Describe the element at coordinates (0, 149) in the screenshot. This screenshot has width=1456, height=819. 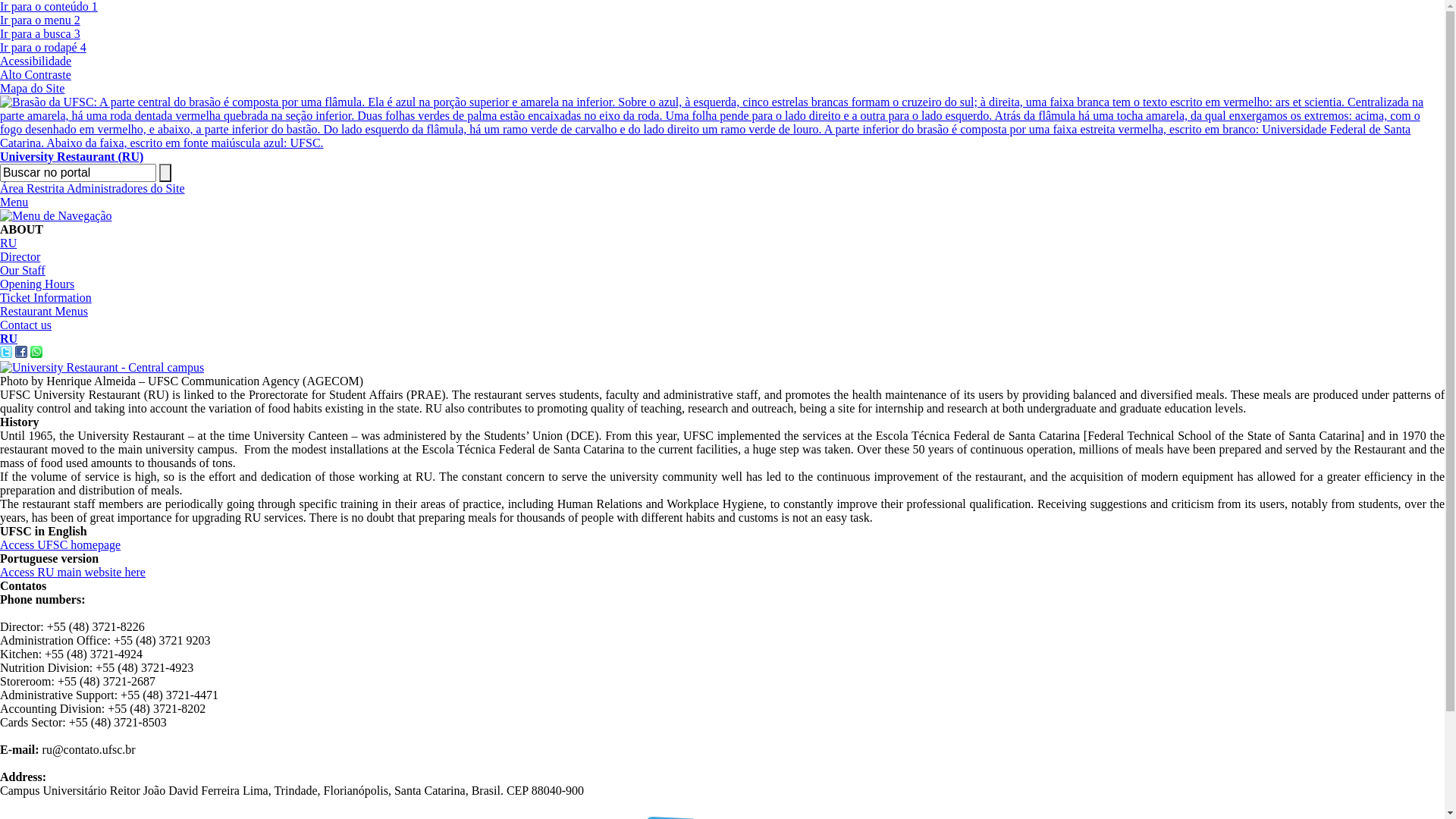
I see `'University Restaurant (RU)'` at that location.